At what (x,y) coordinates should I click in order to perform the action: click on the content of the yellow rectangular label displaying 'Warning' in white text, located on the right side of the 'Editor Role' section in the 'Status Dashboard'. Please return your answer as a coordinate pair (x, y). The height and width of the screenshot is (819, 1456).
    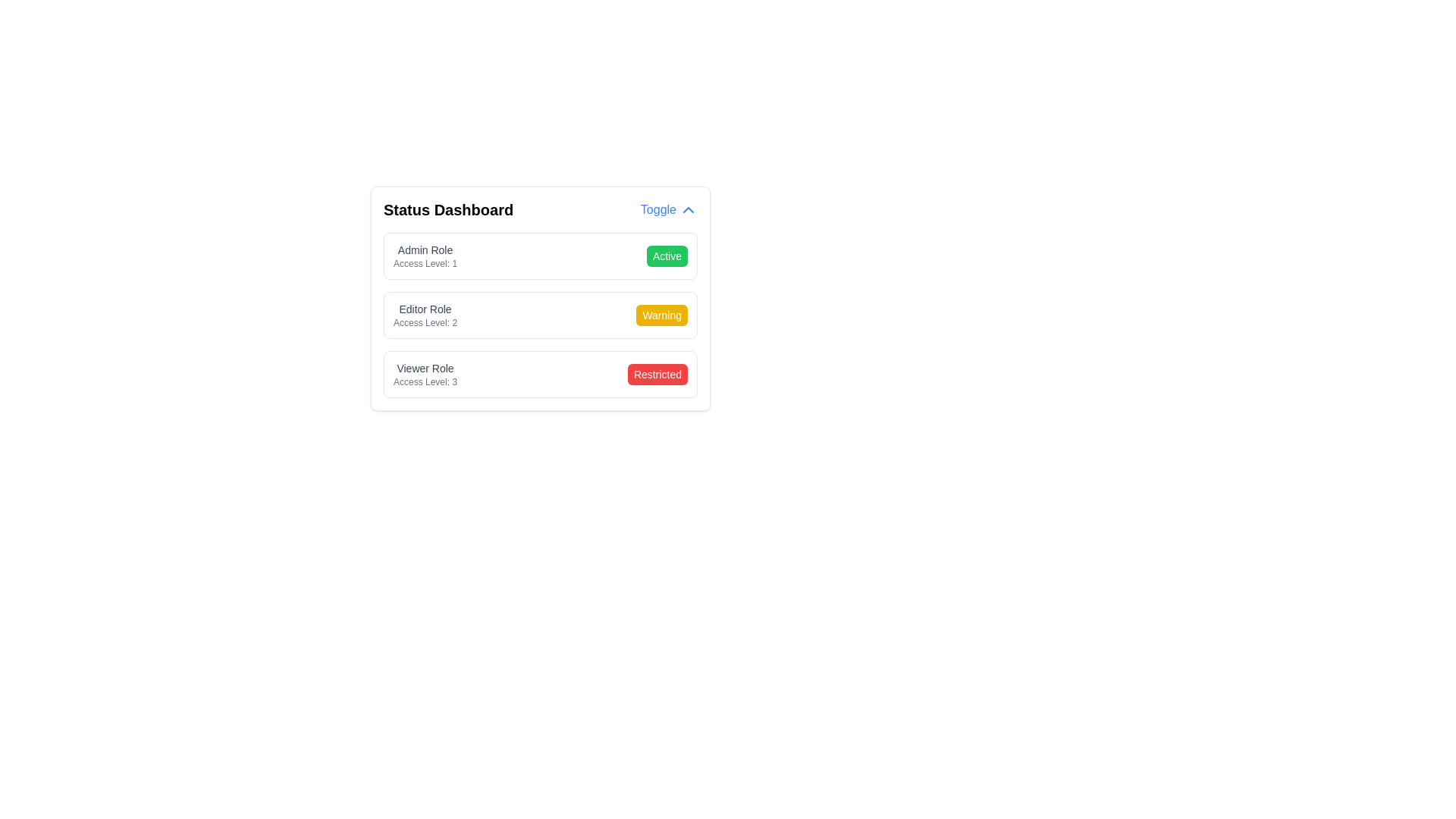
    Looking at the image, I should click on (662, 315).